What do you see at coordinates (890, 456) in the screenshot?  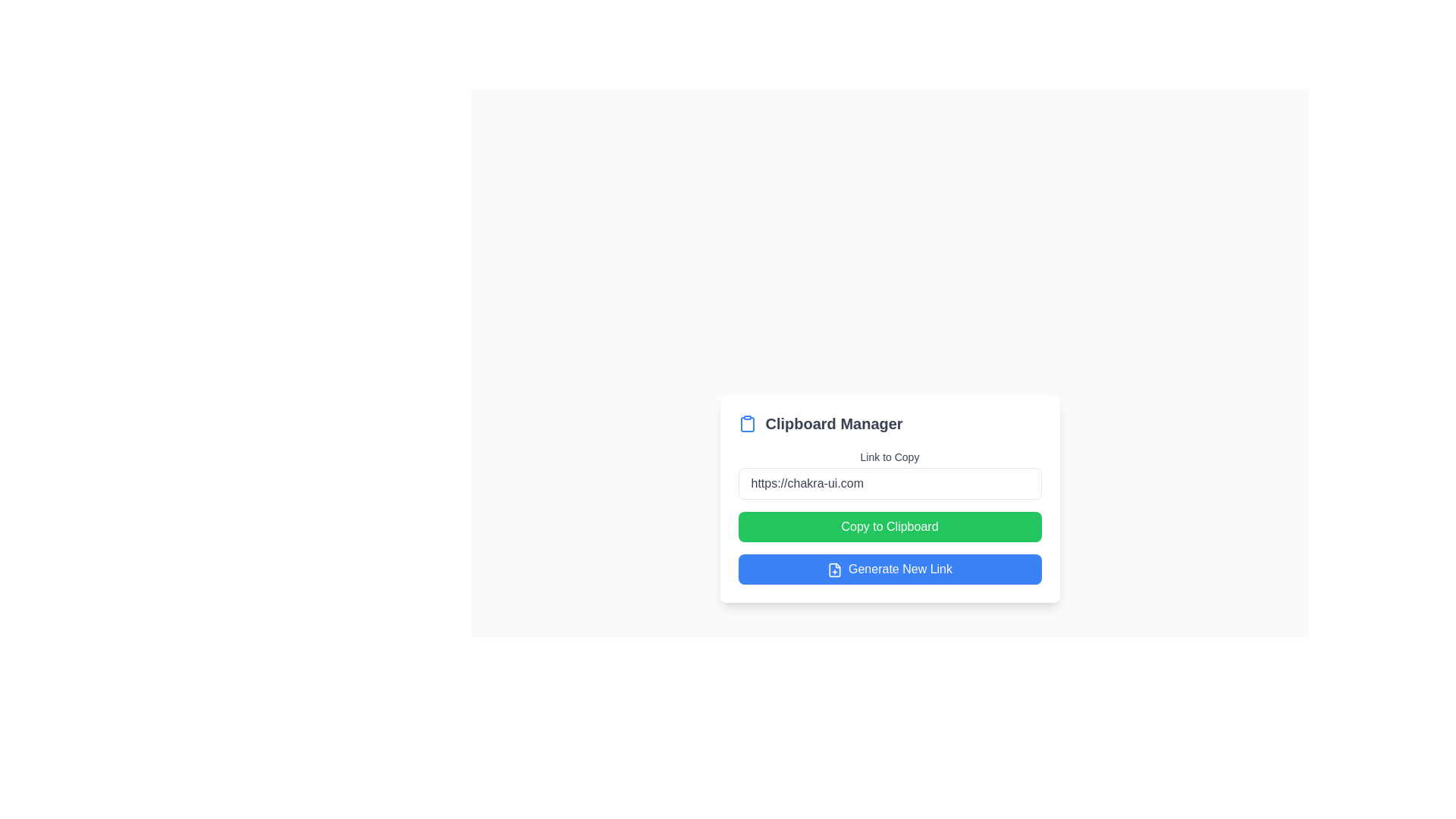 I see `the static text label displaying 'Link to Copy' which is styled in gray and positioned above the input field containing the link` at bounding box center [890, 456].